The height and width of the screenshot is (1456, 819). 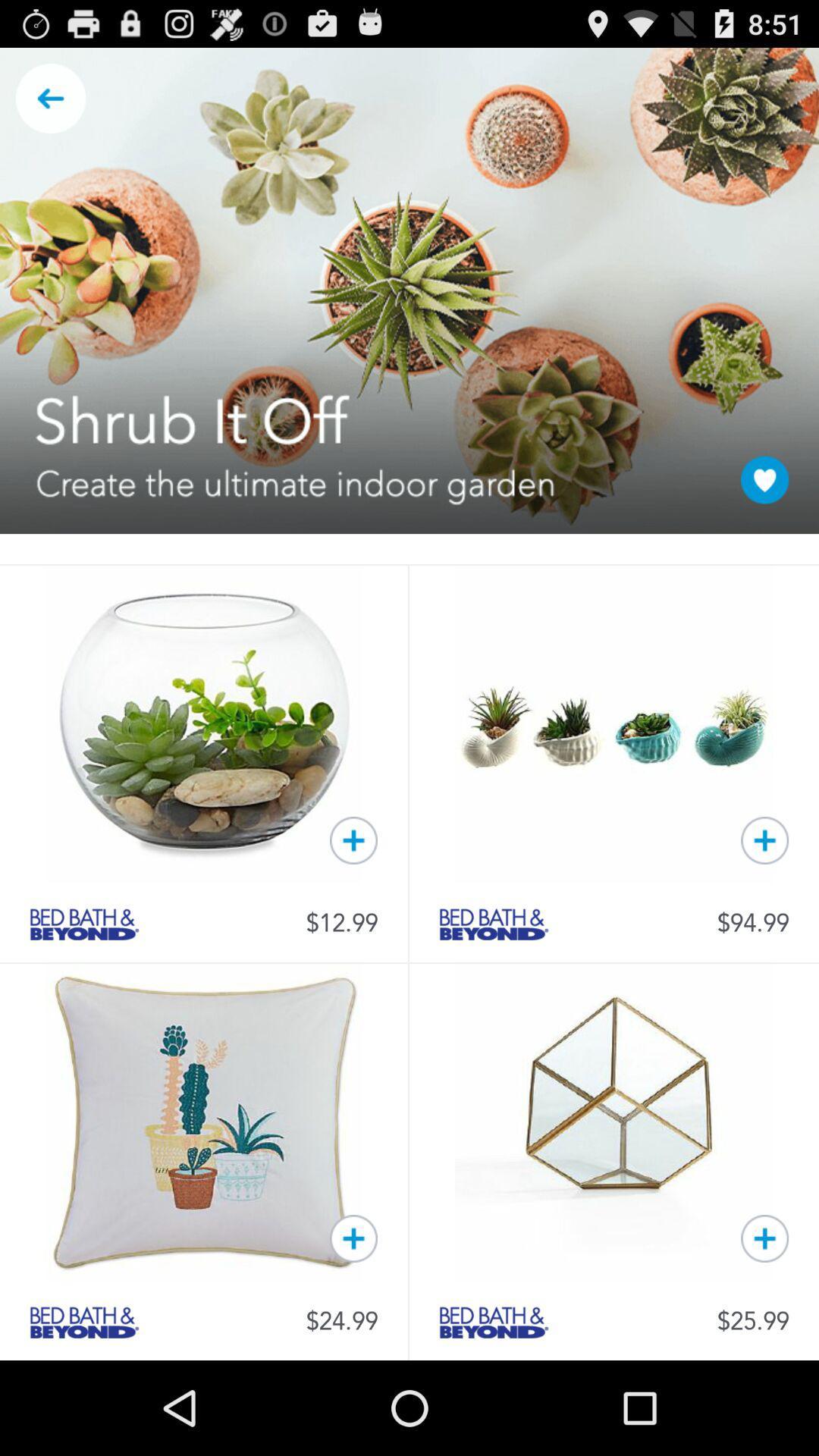 What do you see at coordinates (494, 924) in the screenshot?
I see `bed baths beyond option` at bounding box center [494, 924].